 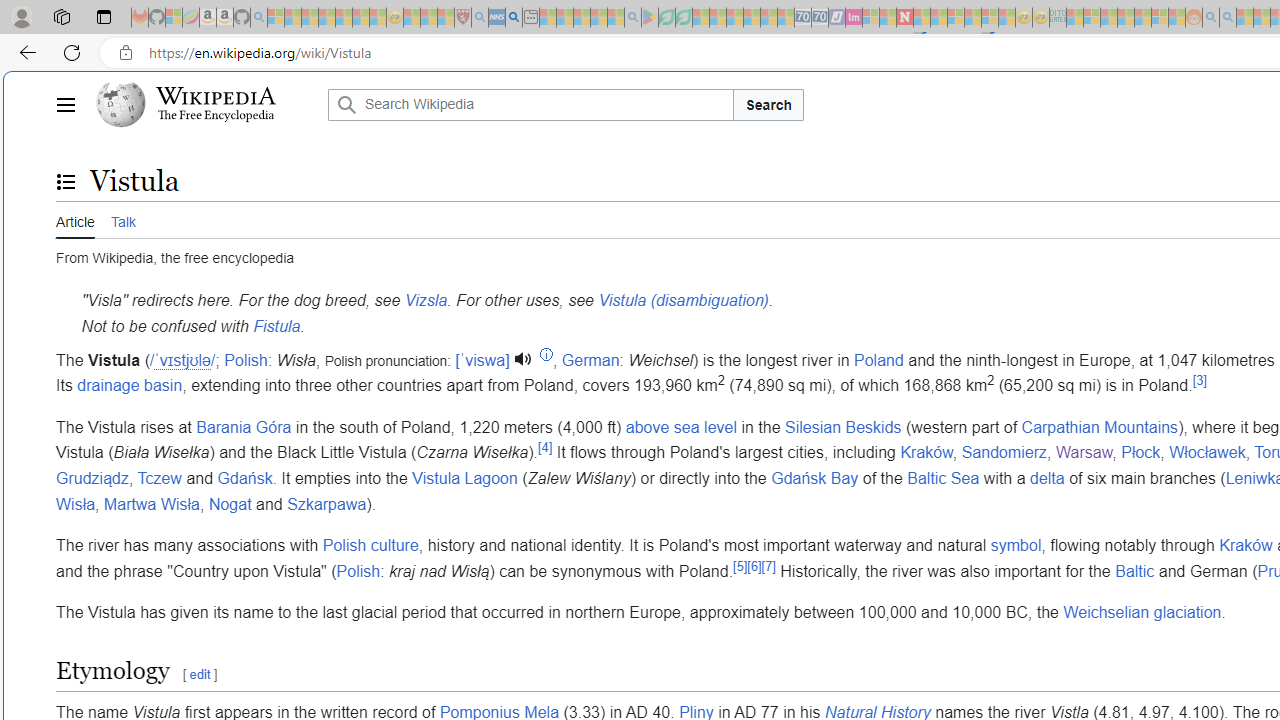 I want to click on 'Terms of Use Agreement - Sleeping', so click(x=666, y=17).